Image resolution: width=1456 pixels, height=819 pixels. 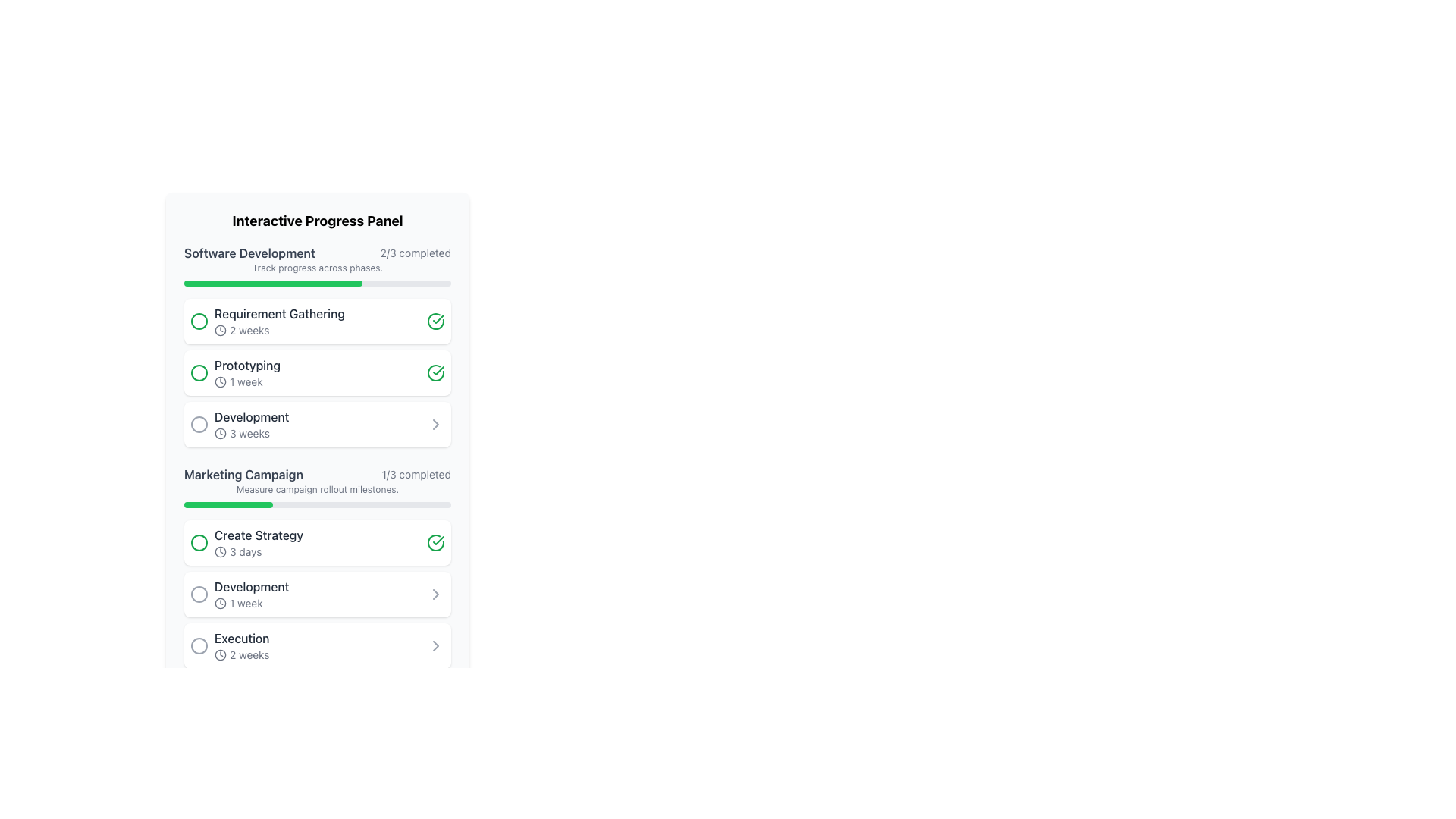 I want to click on the text label displaying 'Execution' in bold dark gray font within the 'Marketing Campaign' section, so click(x=241, y=638).